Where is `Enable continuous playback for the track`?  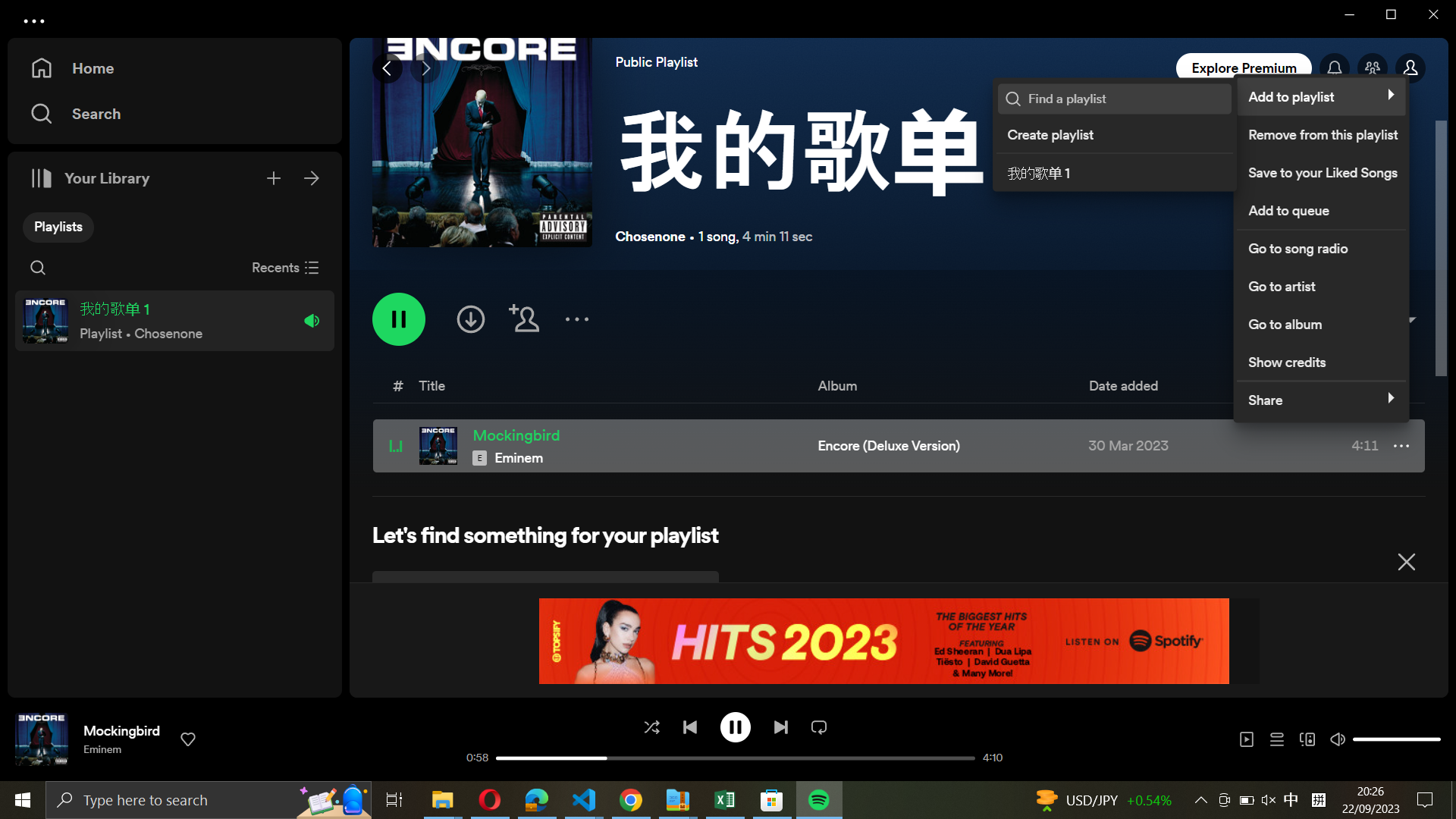 Enable continuous playback for the track is located at coordinates (818, 725).